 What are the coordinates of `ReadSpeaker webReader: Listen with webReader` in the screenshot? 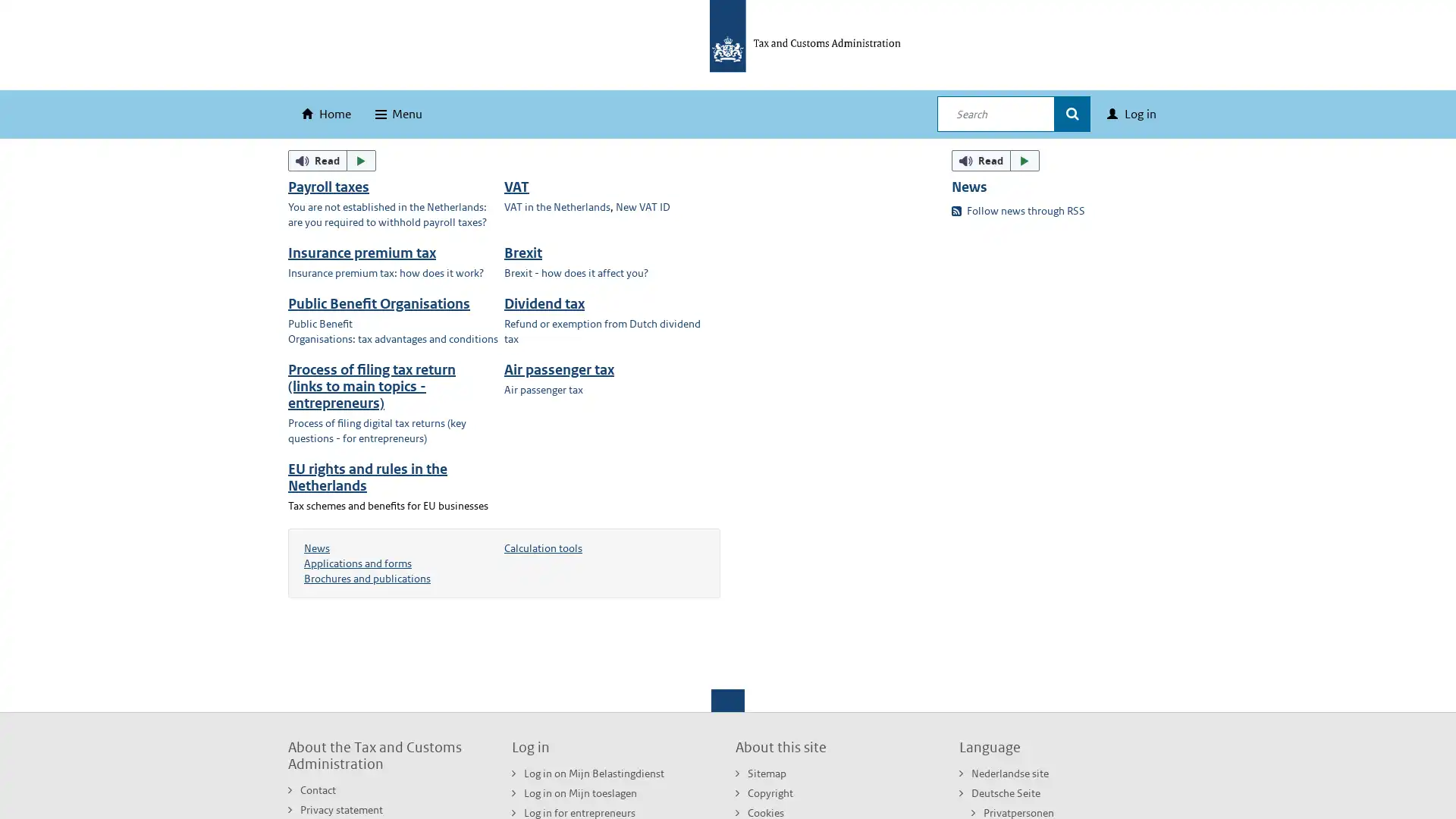 It's located at (996, 161).